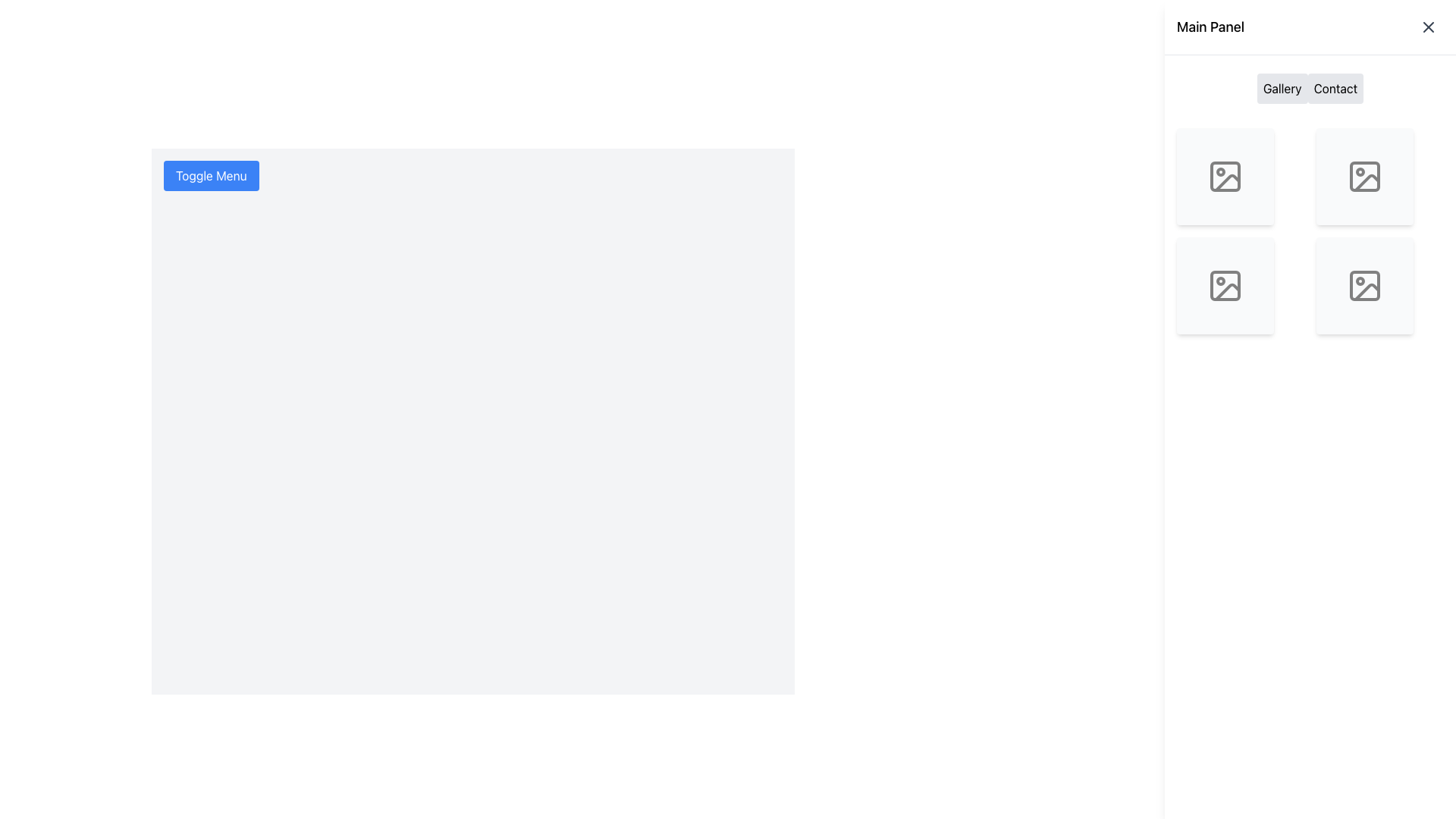 This screenshot has height=819, width=1456. I want to click on an item onto the image placeholder element, which is a square area with a gray background and a centered picture frame icon, located in the bottom-left position of a 2x2 grid, so click(1225, 286).